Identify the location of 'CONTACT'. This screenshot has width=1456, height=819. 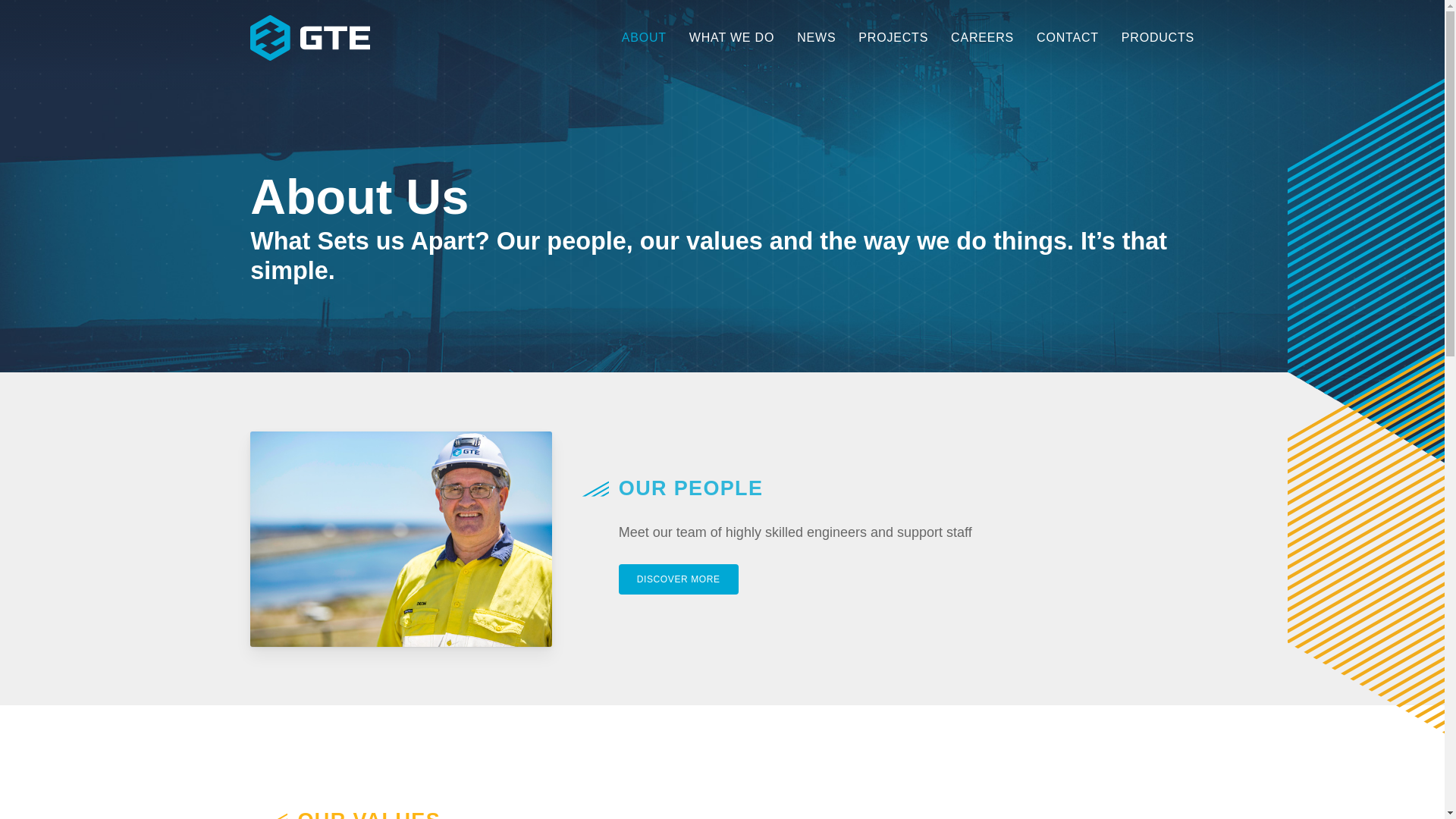
(1066, 37).